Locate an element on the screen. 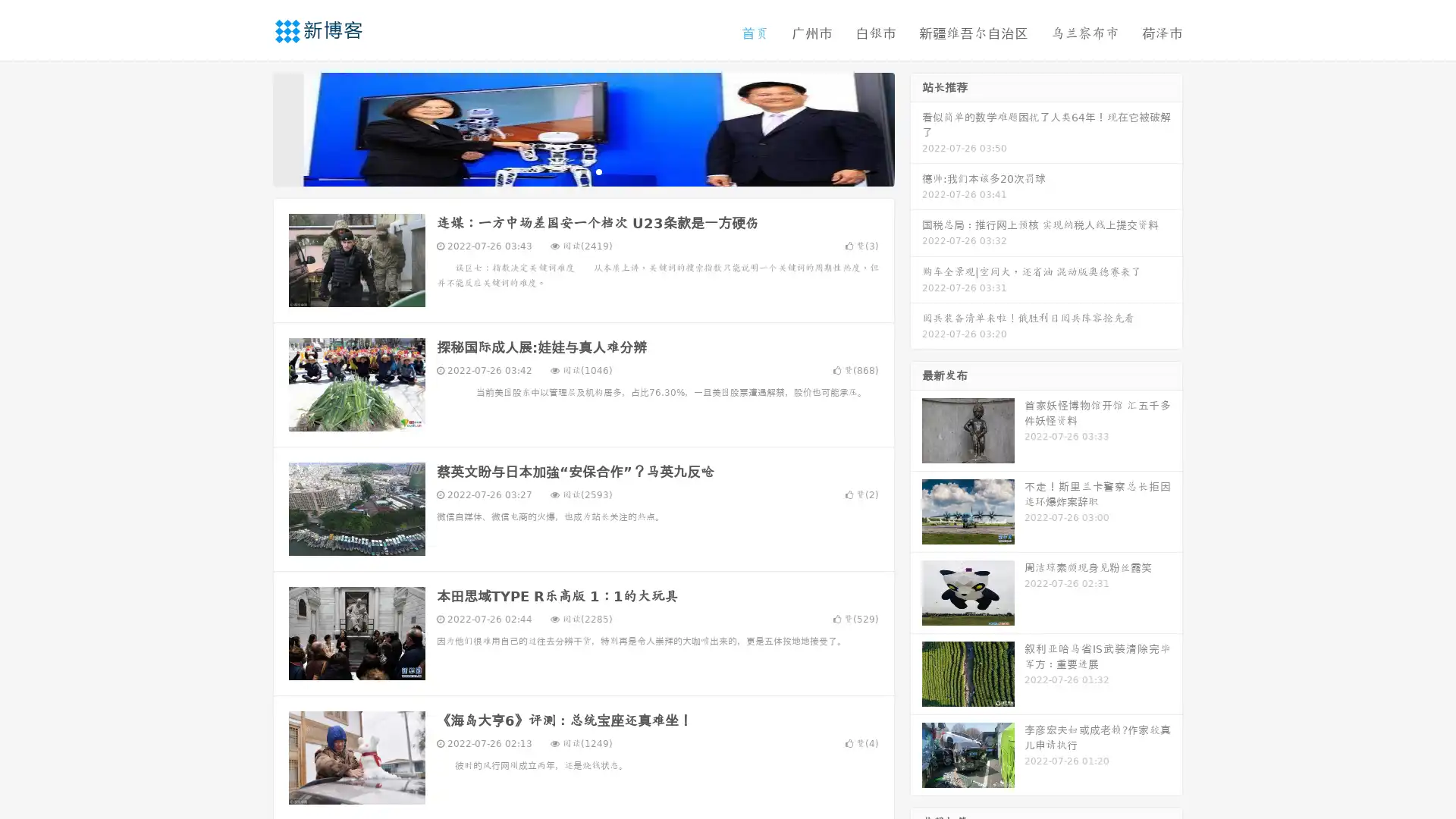 The height and width of the screenshot is (819, 1456). Go to slide 1 is located at coordinates (567, 171).